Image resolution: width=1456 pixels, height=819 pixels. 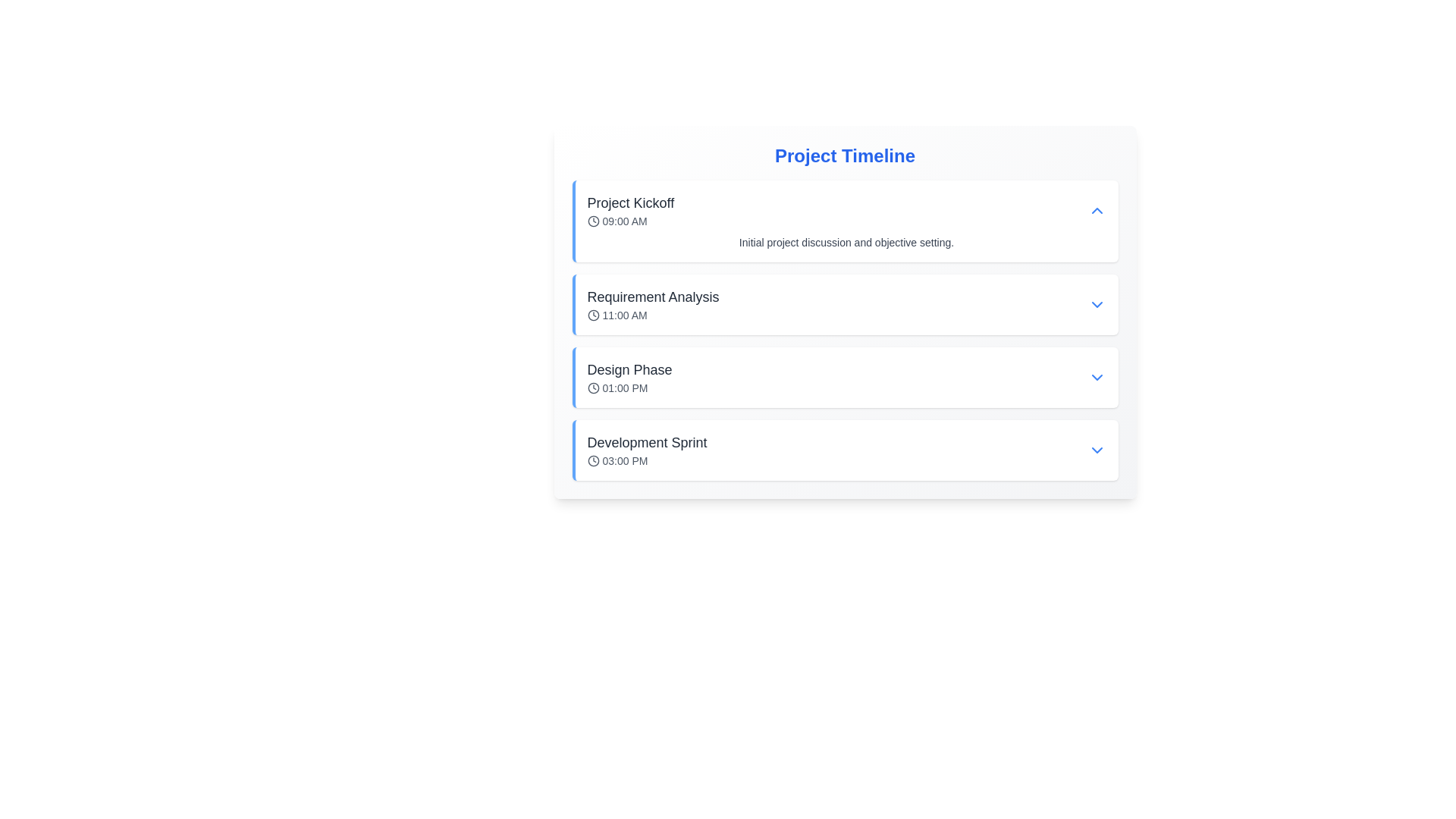 I want to click on the 'Project Kickoff' timeline entry element, which is the first entry in the timeline section, providing details about an event scheduled at 09:00 AM, so click(x=630, y=210).